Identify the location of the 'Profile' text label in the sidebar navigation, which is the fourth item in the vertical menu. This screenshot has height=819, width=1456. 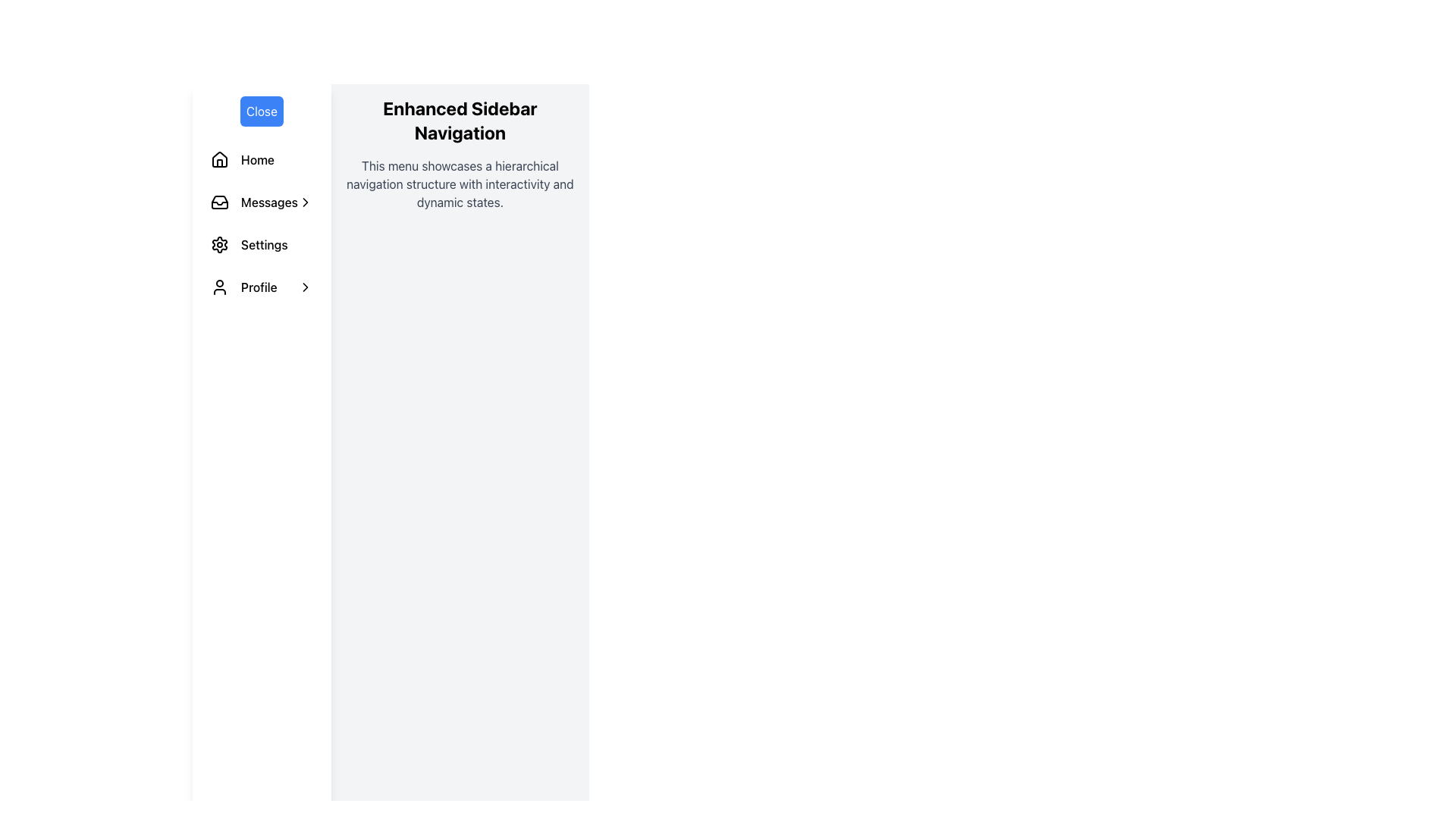
(269, 287).